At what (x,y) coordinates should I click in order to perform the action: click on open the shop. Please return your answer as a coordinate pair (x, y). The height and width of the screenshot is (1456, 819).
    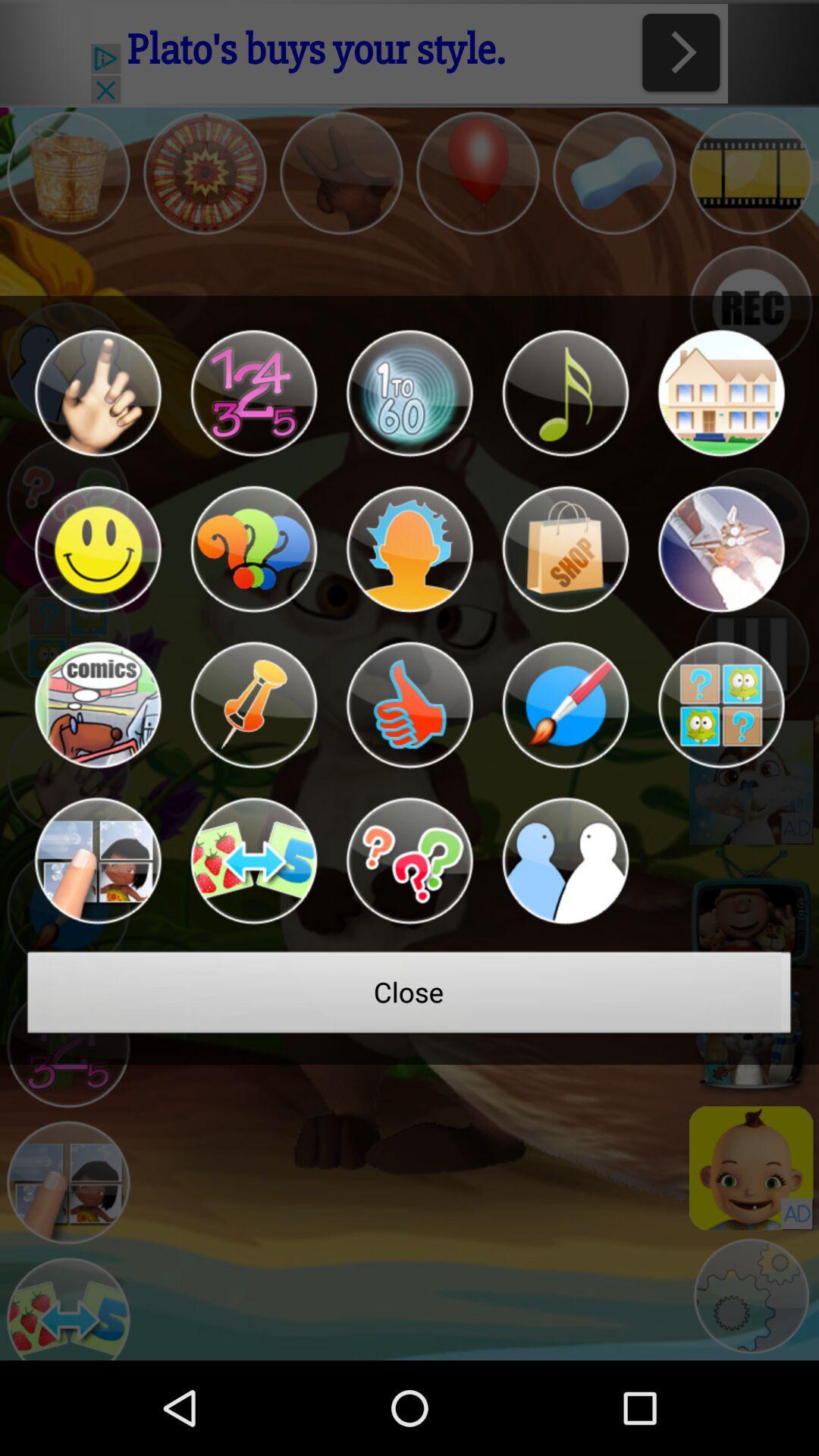
    Looking at the image, I should click on (565, 548).